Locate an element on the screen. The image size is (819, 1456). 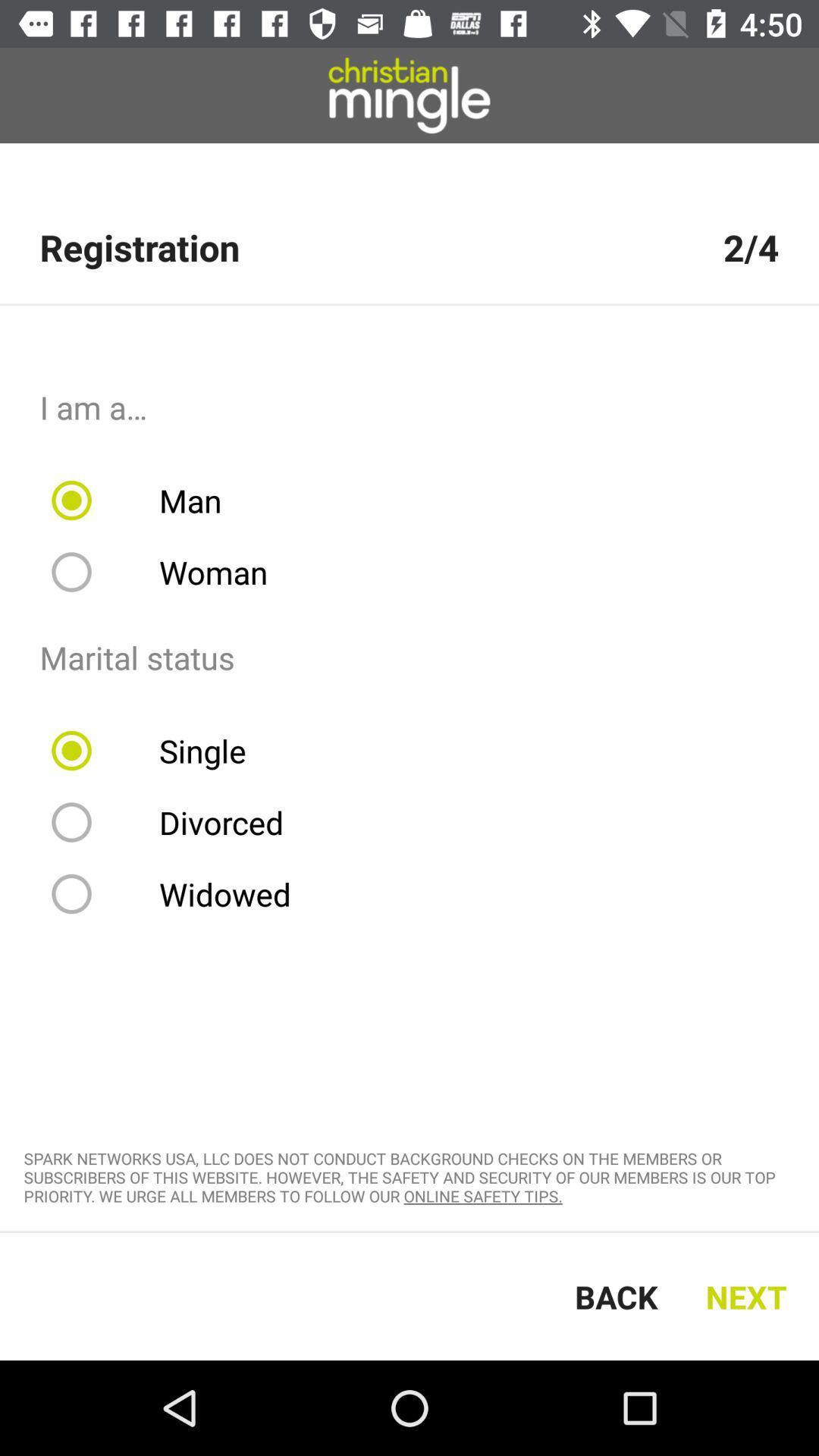
icon to the right of the back icon is located at coordinates (749, 1295).